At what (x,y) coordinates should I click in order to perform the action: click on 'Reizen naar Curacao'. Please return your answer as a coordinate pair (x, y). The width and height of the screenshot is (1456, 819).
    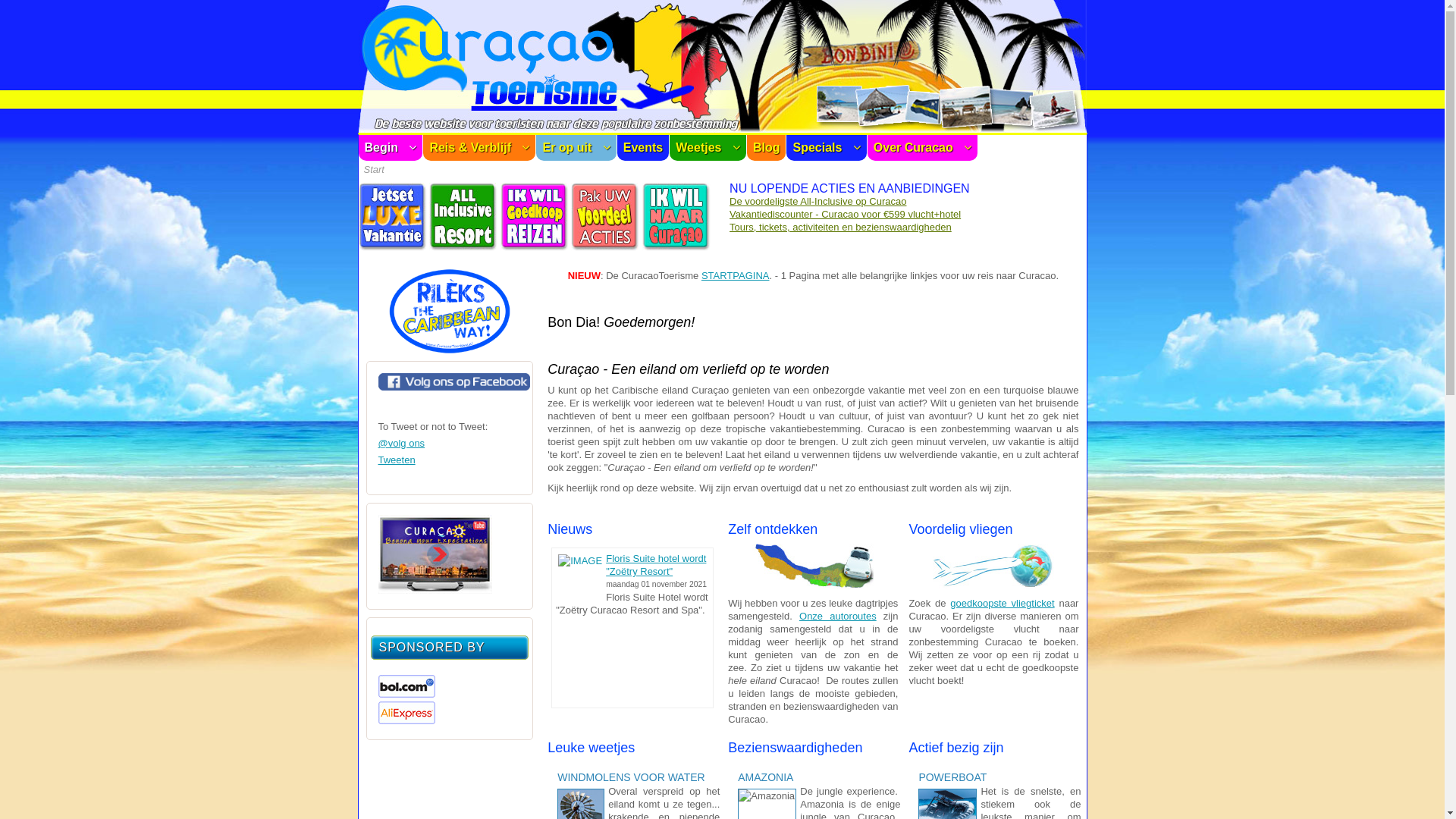
    Looking at the image, I should click on (676, 246).